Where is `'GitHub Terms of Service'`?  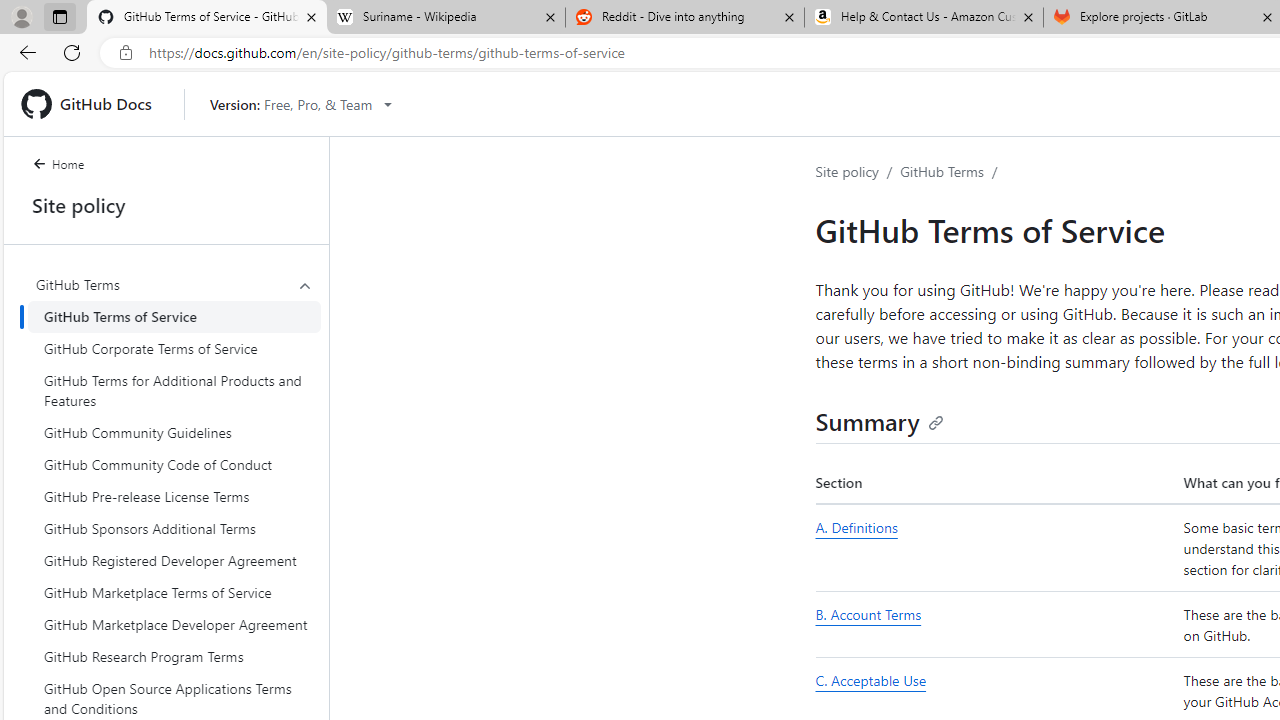 'GitHub Terms of Service' is located at coordinates (174, 315).